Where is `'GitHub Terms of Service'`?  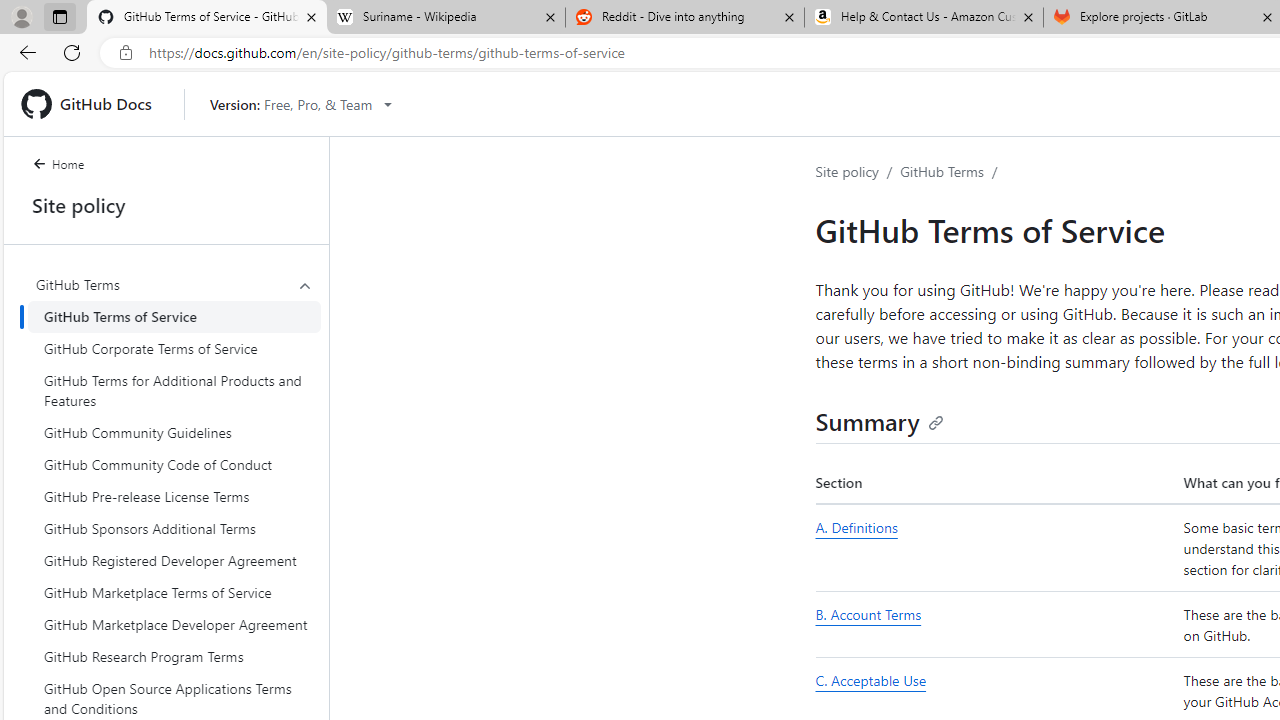 'GitHub Terms of Service' is located at coordinates (174, 315).